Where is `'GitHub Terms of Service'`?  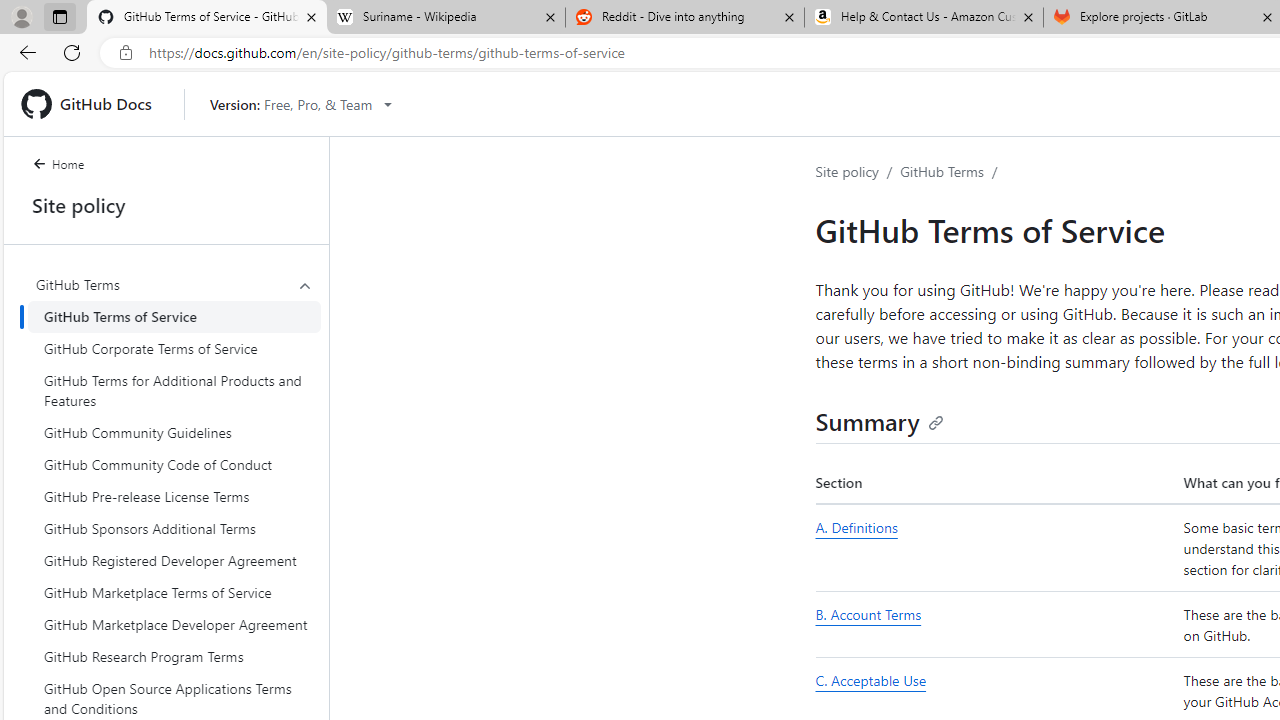 'GitHub Terms of Service' is located at coordinates (174, 315).